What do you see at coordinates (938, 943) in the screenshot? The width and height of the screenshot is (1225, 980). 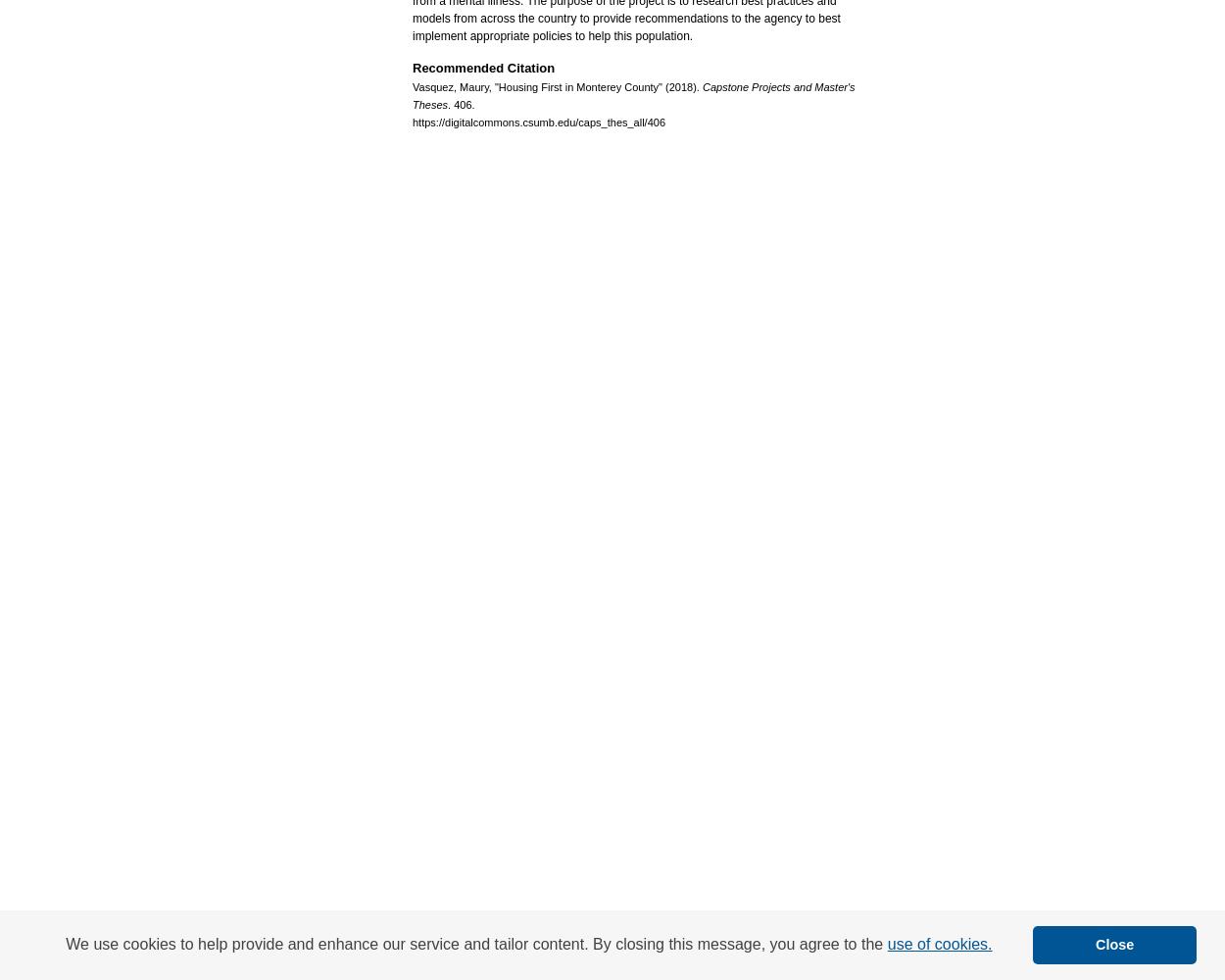 I see `'use of cookies.'` at bounding box center [938, 943].